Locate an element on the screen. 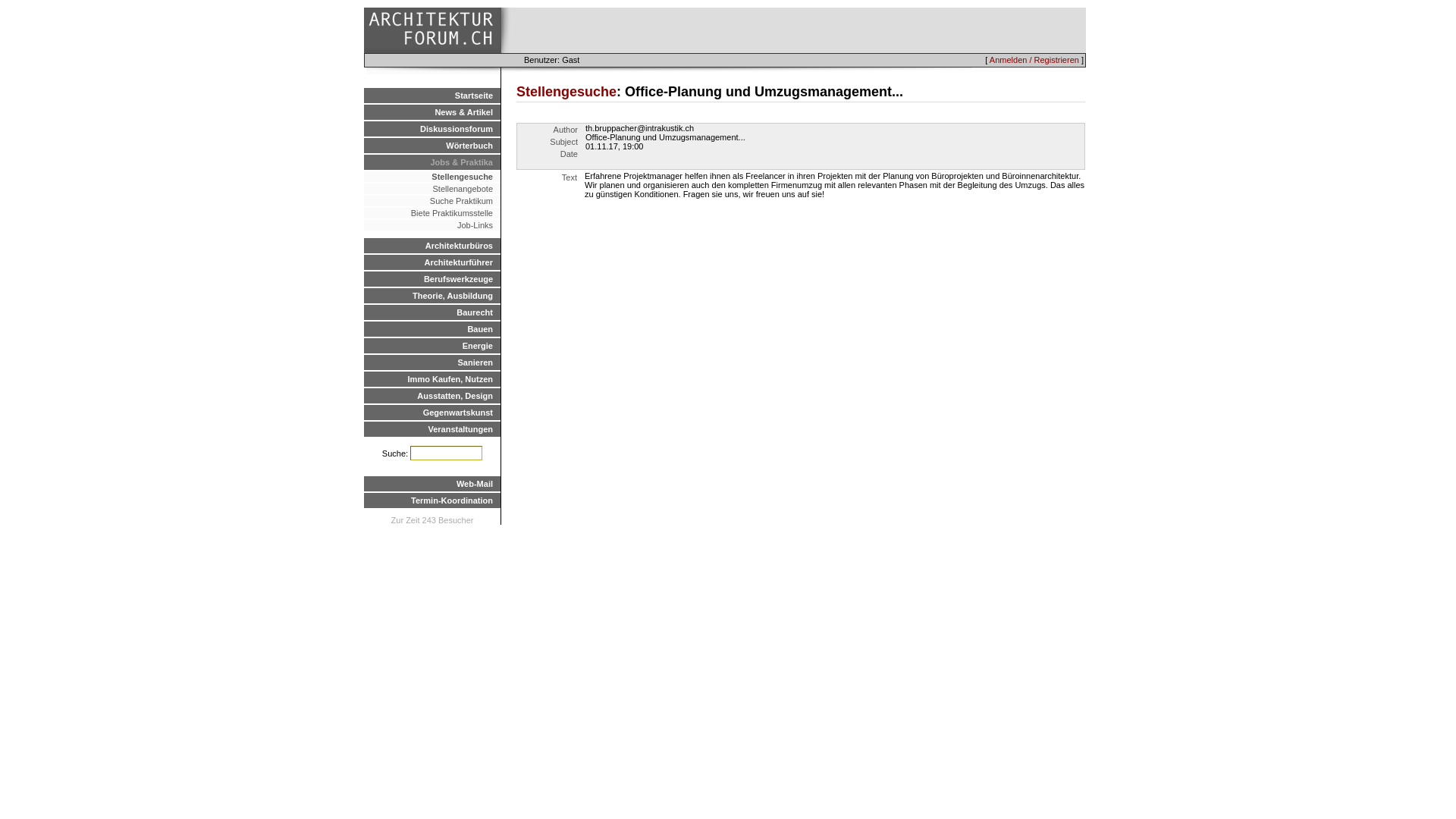 Image resolution: width=1456 pixels, height=819 pixels. 'Diskussionsforum' is located at coordinates (364, 127).